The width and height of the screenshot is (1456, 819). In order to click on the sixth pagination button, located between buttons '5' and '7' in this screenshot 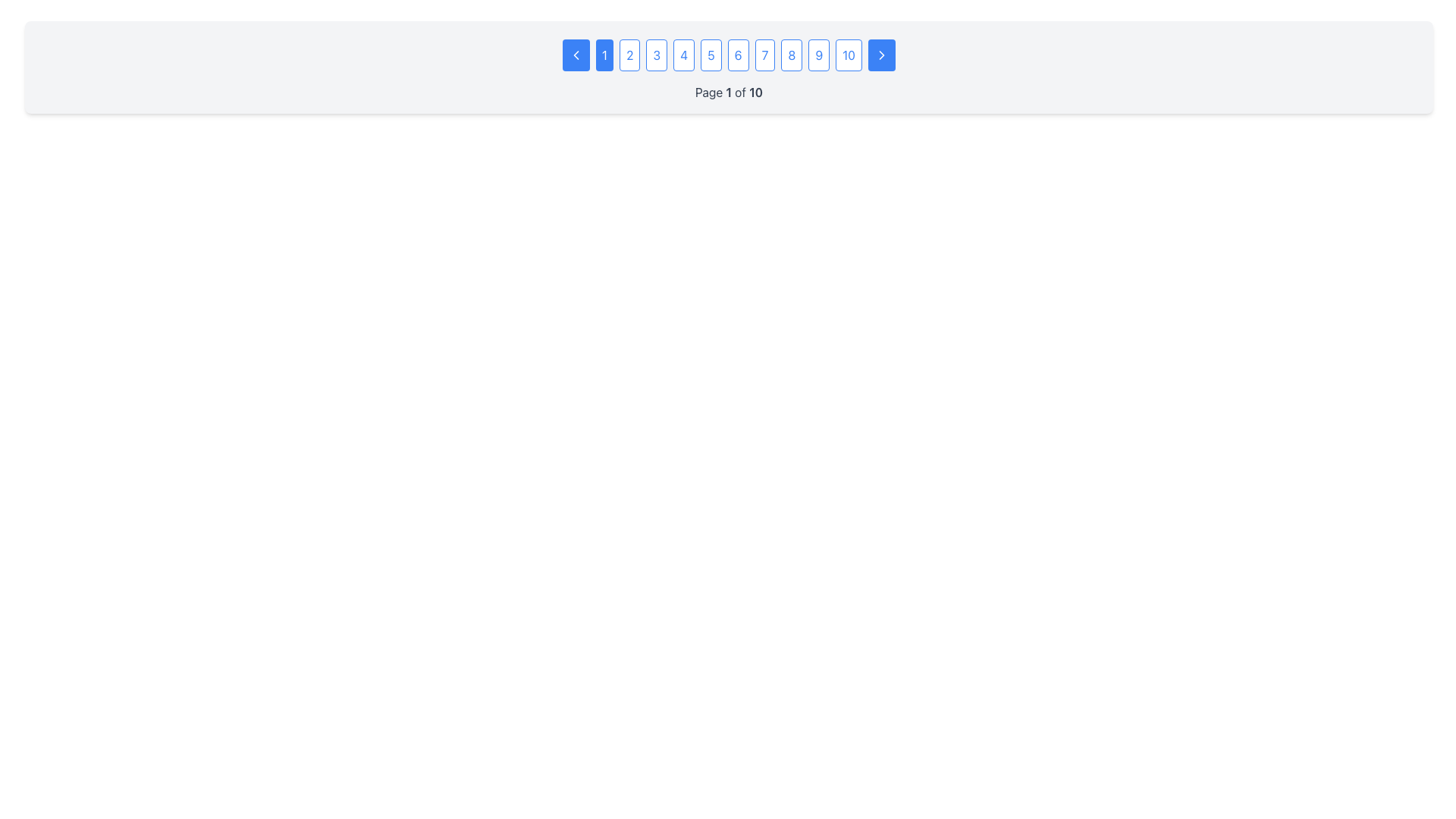, I will do `click(729, 55)`.